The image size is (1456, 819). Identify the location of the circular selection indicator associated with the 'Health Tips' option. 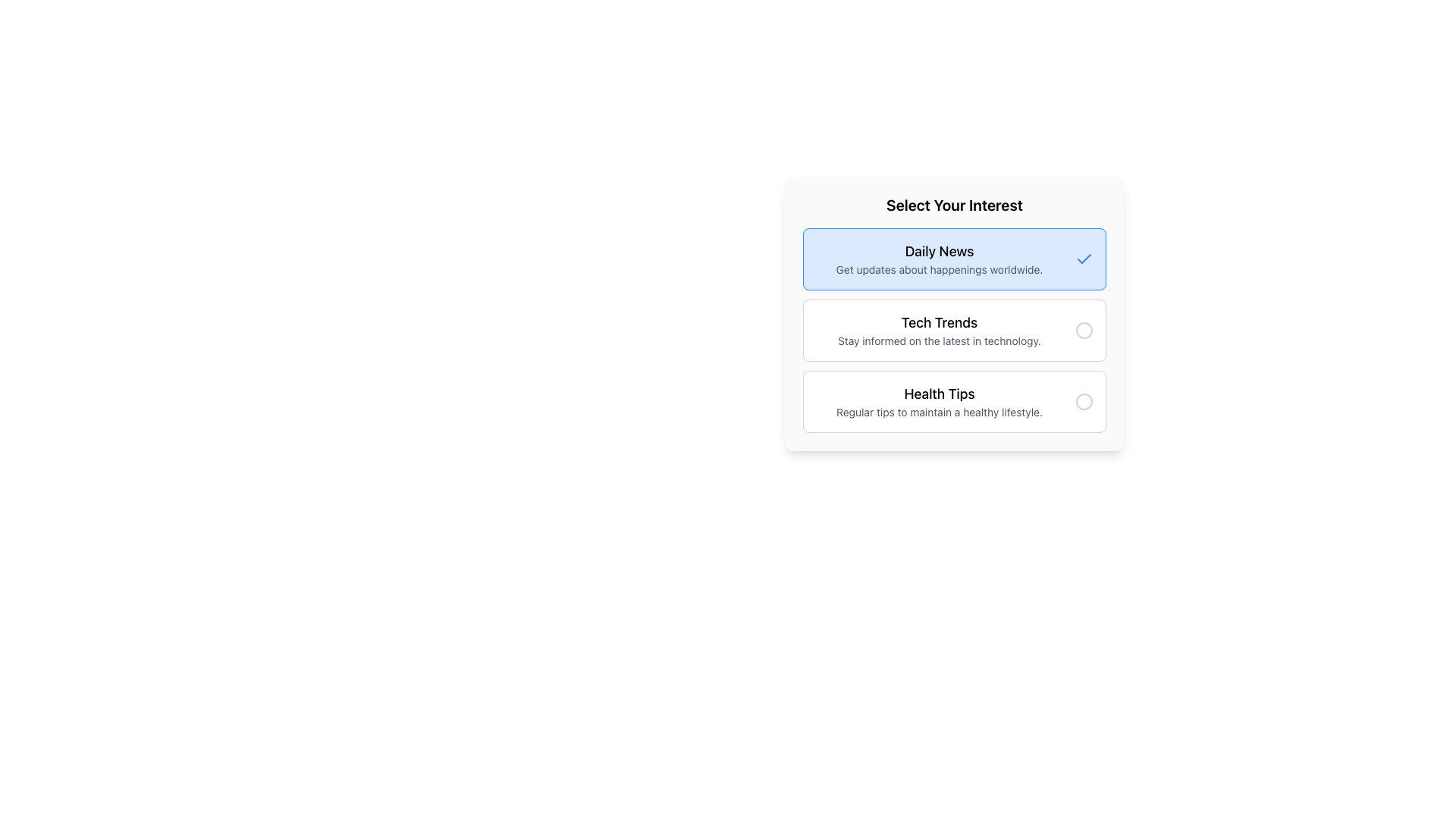
(1084, 400).